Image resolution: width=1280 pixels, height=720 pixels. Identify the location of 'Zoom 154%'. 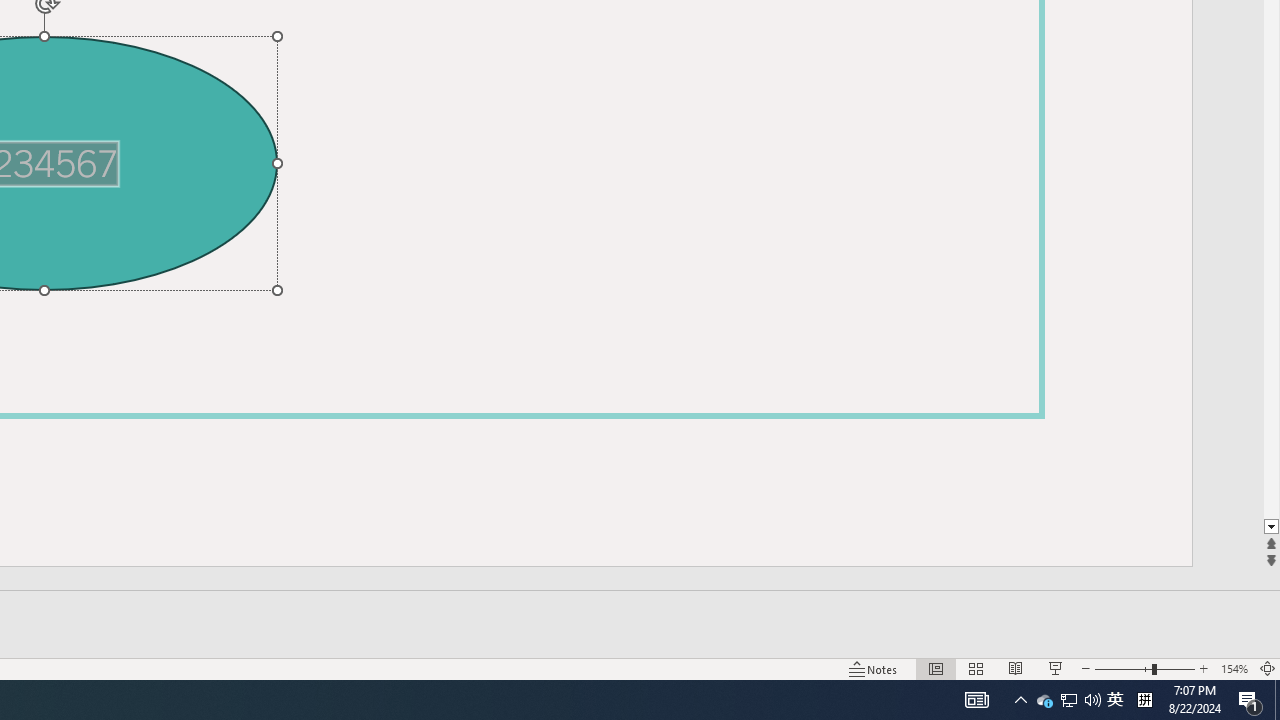
(1233, 669).